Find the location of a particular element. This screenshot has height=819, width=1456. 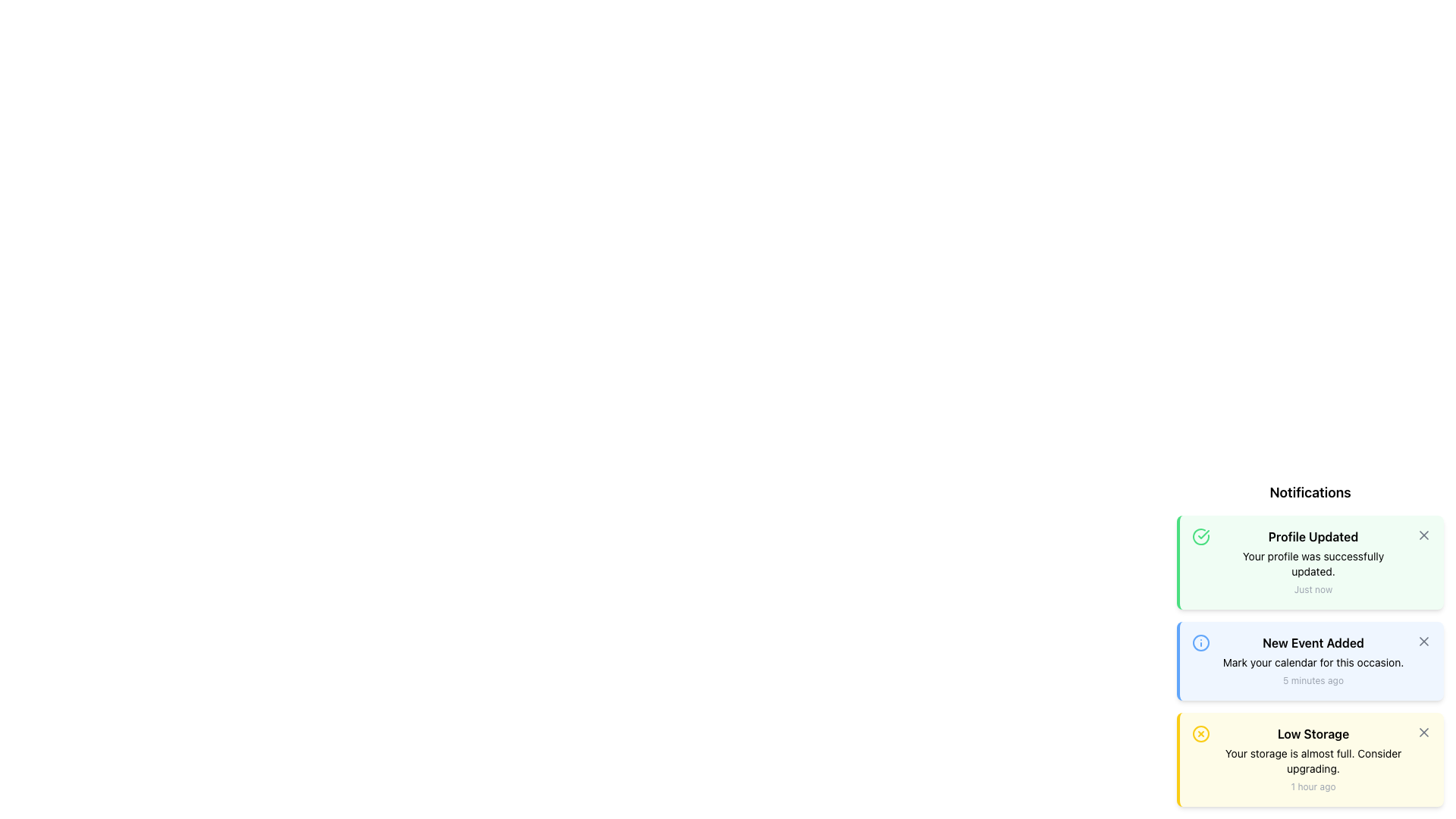

the close button located in the top-right corner of the 'Low Storage' notification card is located at coordinates (1423, 731).